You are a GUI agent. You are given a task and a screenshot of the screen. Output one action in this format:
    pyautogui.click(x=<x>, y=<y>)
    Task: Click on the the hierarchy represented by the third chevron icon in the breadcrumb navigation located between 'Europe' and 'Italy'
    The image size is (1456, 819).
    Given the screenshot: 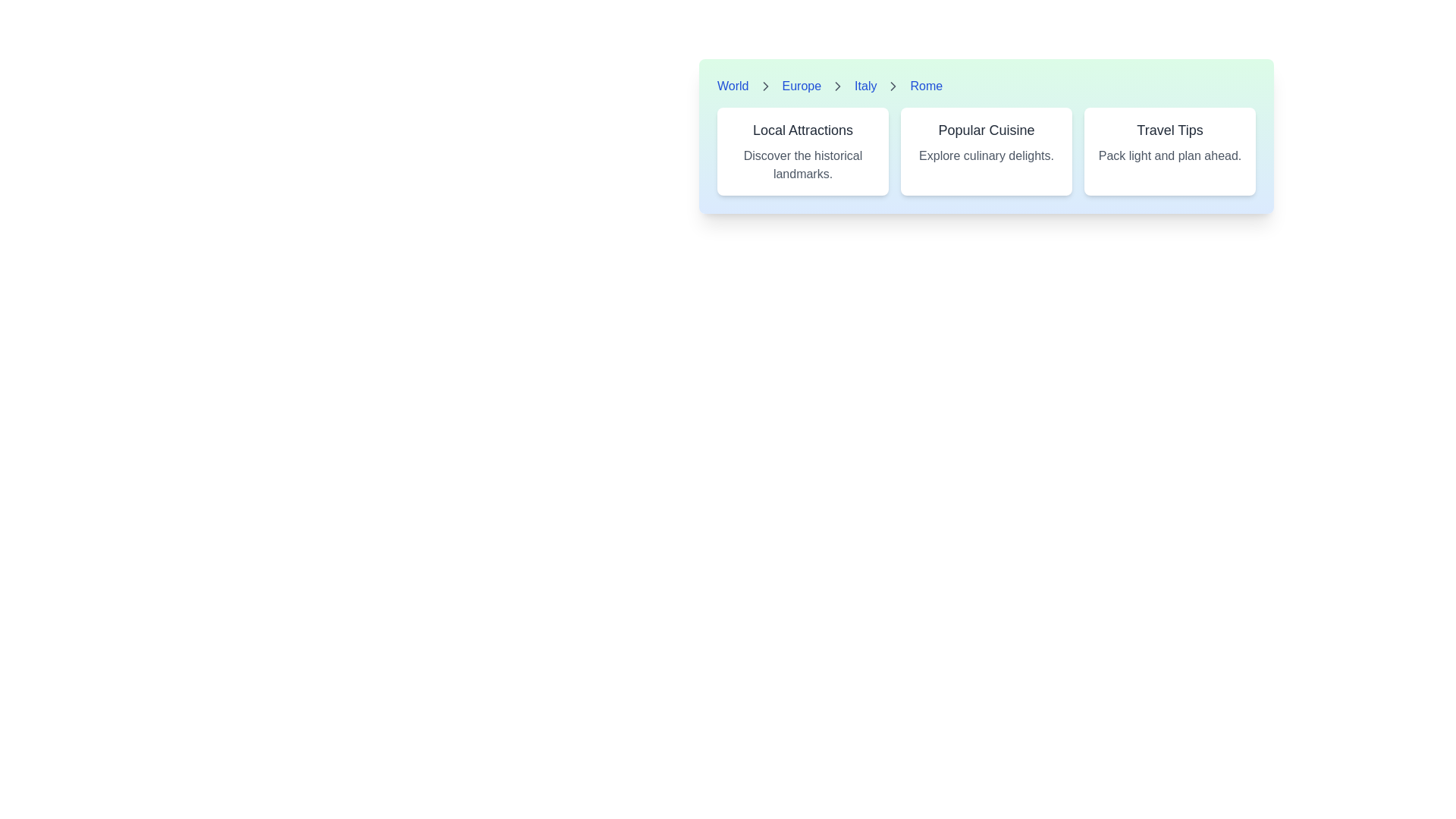 What is the action you would take?
    pyautogui.click(x=837, y=86)
    